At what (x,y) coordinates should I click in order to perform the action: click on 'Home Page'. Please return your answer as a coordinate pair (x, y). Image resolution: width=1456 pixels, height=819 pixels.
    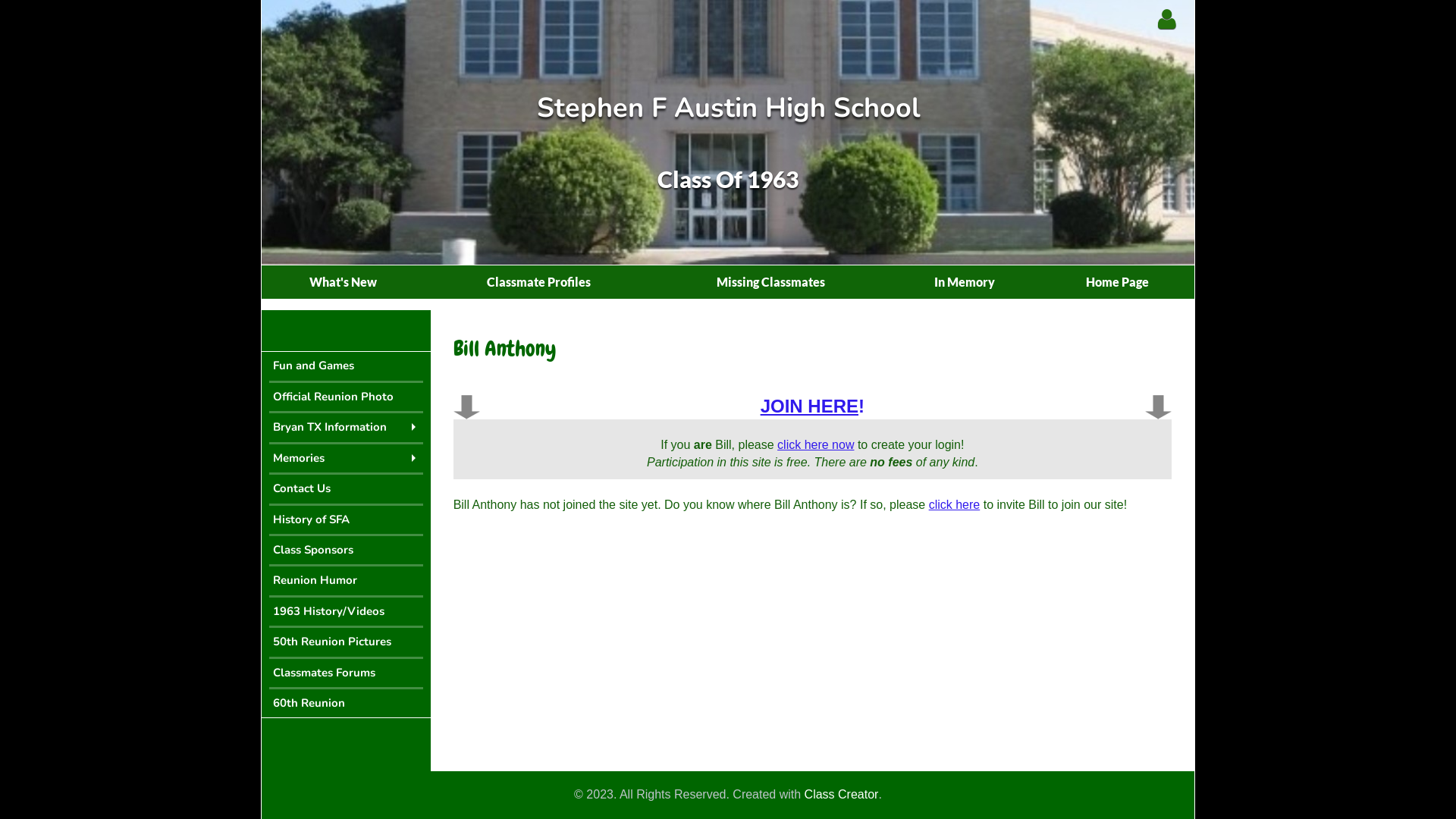
    Looking at the image, I should click on (1117, 281).